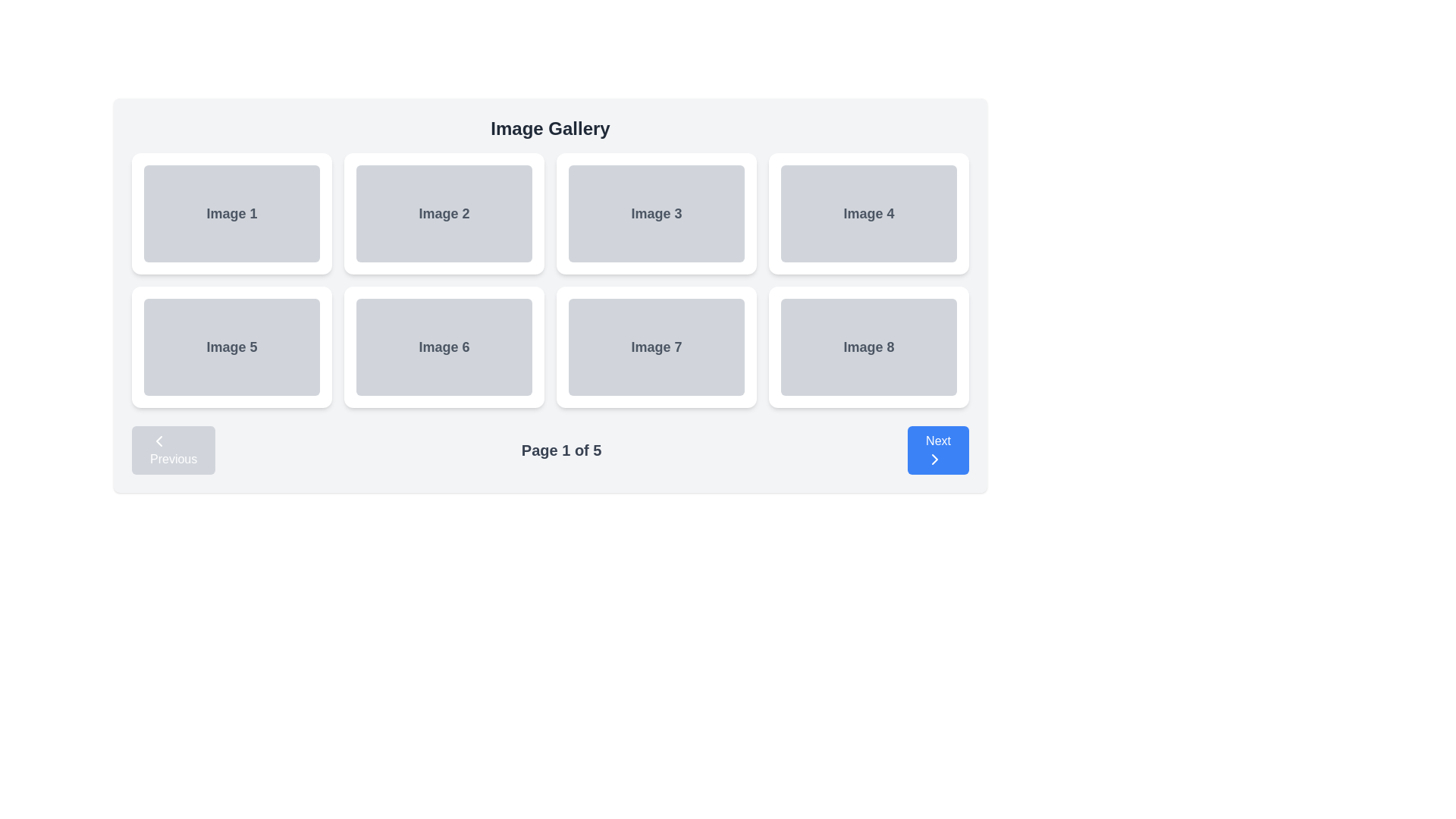  I want to click on the text label 'Image 4' which is styled in bold, gray font and located on a light gray background in the top-right corner of the gallery interface, so click(869, 213).